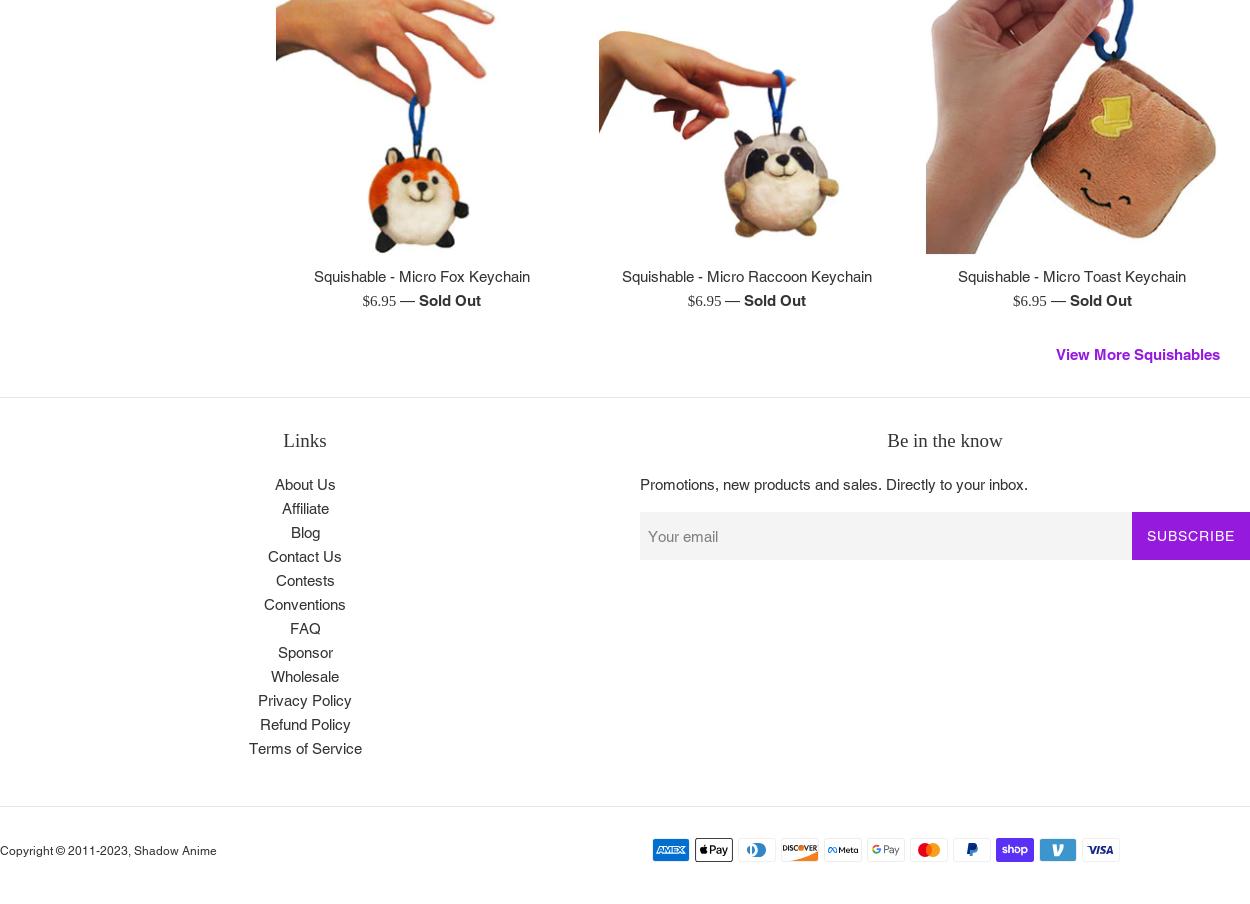 The image size is (1250, 904). What do you see at coordinates (833, 483) in the screenshot?
I see `'Promotions, new products and sales. Directly to your inbox.'` at bounding box center [833, 483].